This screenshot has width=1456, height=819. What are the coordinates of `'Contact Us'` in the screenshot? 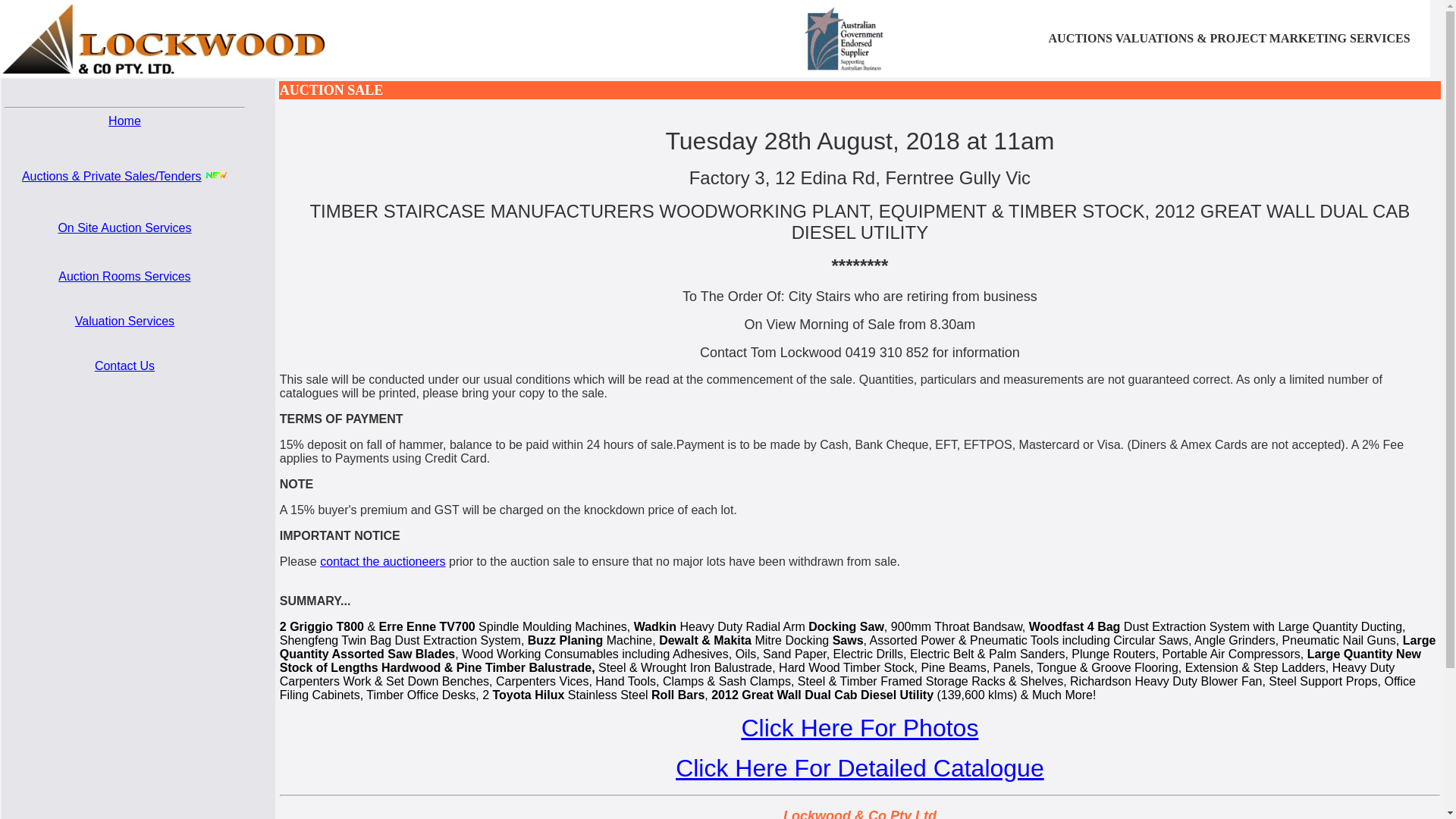 It's located at (124, 366).